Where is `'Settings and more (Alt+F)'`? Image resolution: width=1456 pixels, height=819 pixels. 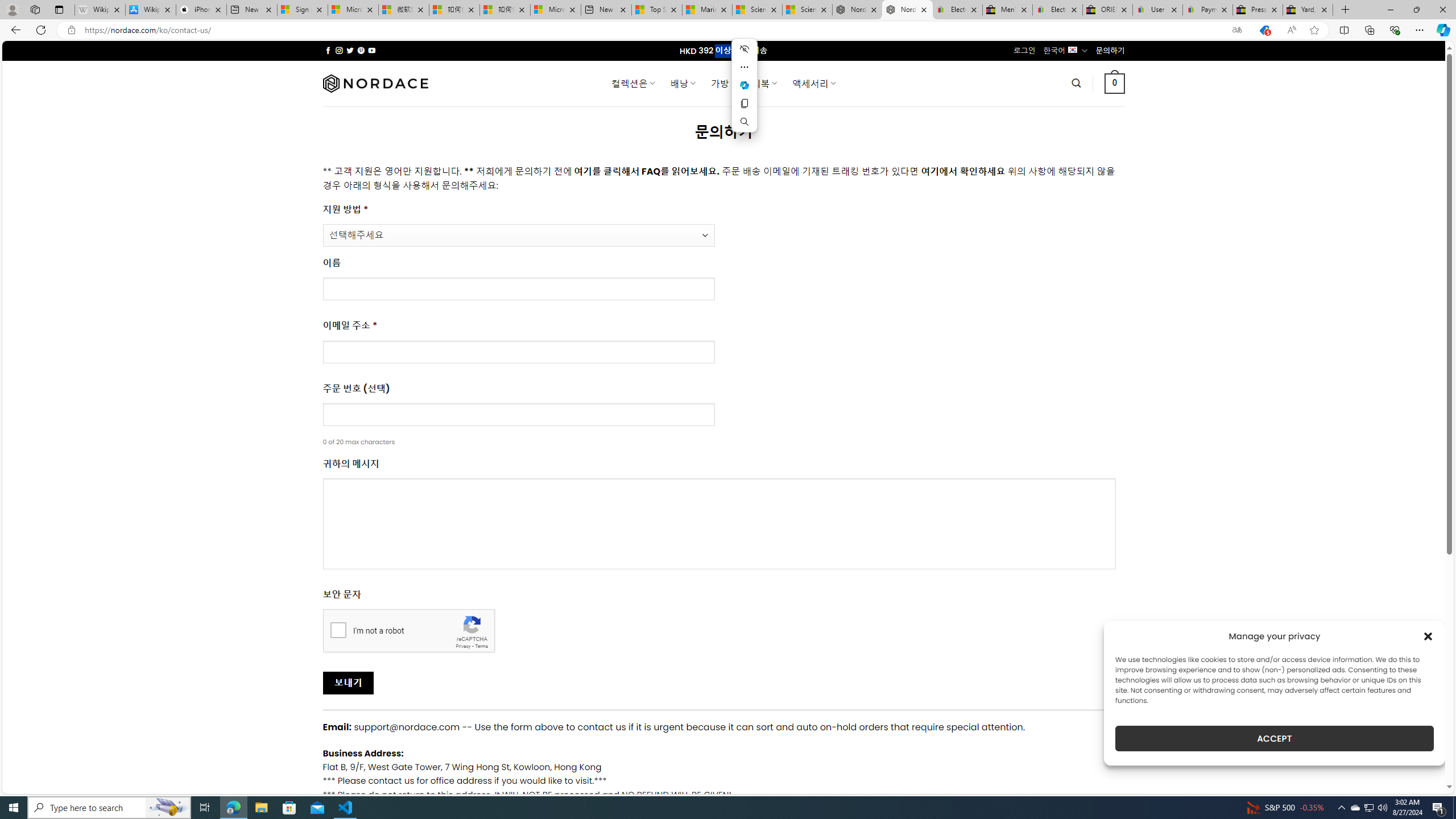
'Settings and more (Alt+F)' is located at coordinates (1419, 29).